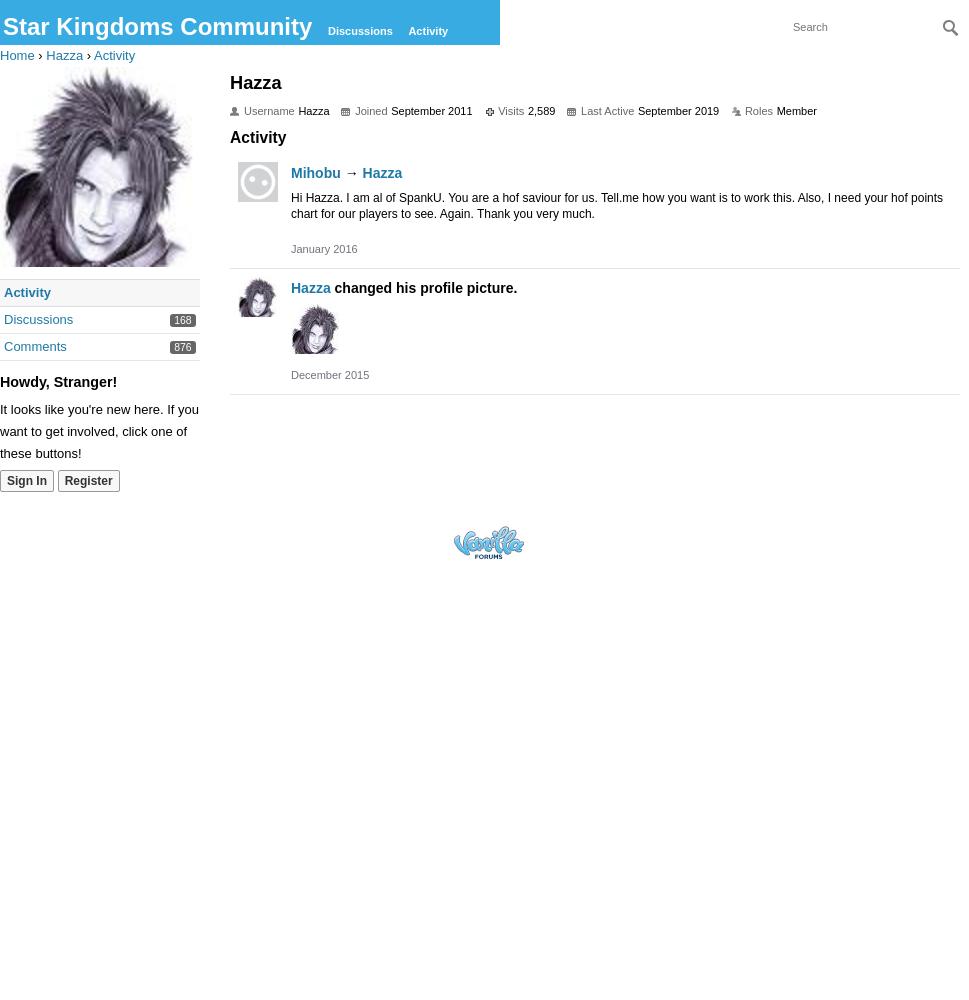 Image resolution: width=969 pixels, height=1000 pixels. Describe the element at coordinates (677, 110) in the screenshot. I see `'September 2019'` at that location.